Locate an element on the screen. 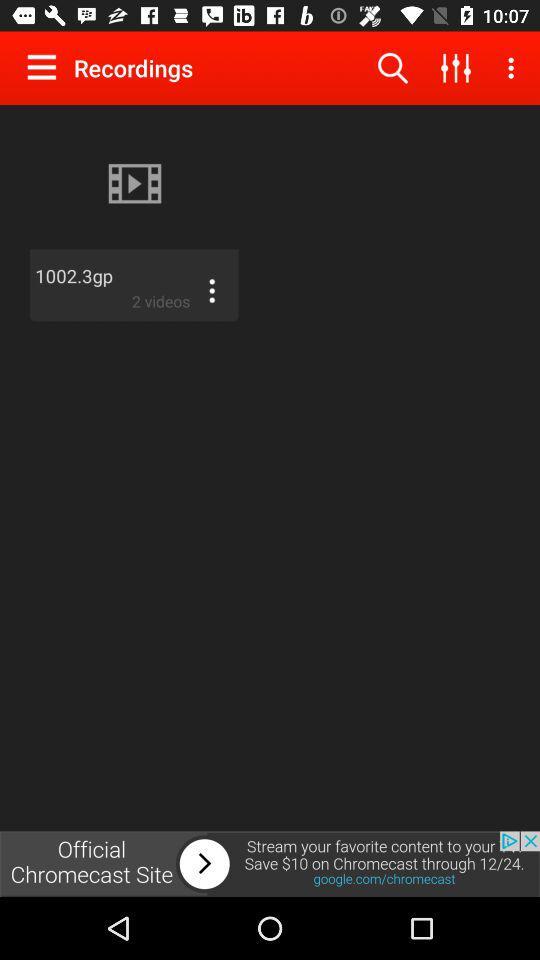 The height and width of the screenshot is (960, 540). open menu is located at coordinates (46, 67).